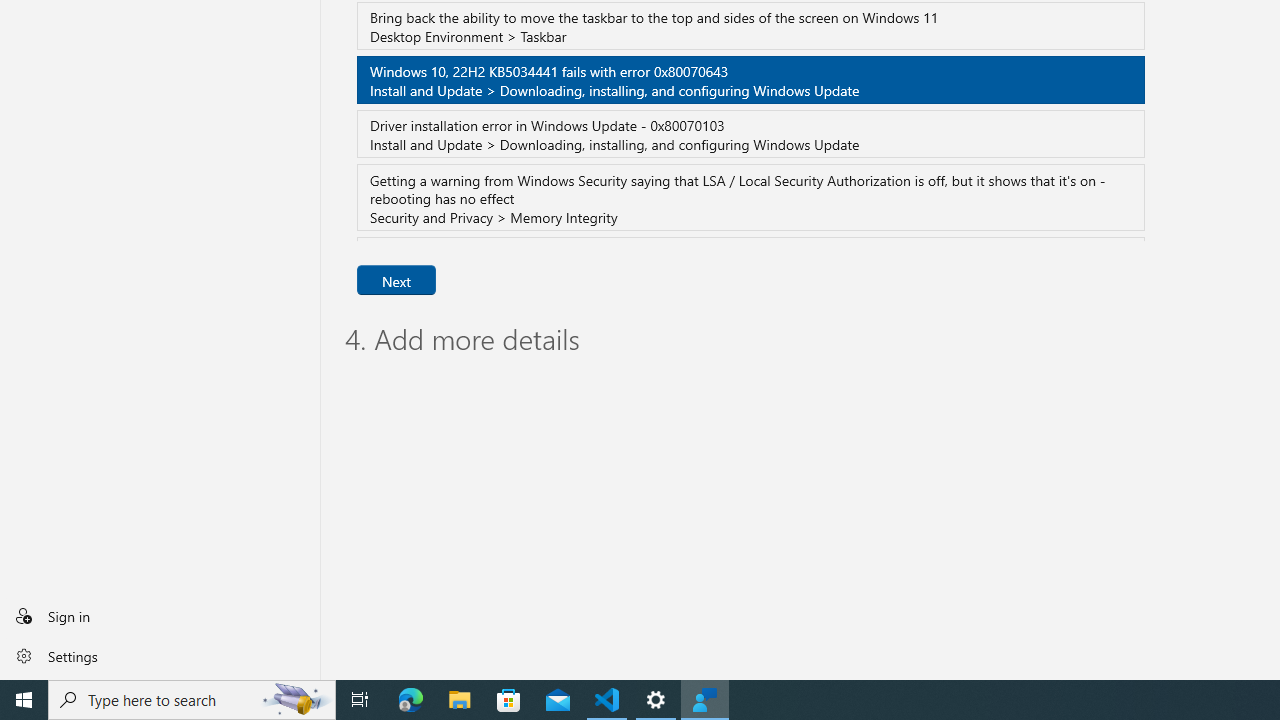 Image resolution: width=1280 pixels, height=720 pixels. Describe the element at coordinates (705, 698) in the screenshot. I see `'Feedback Hub - 1 running window'` at that location.